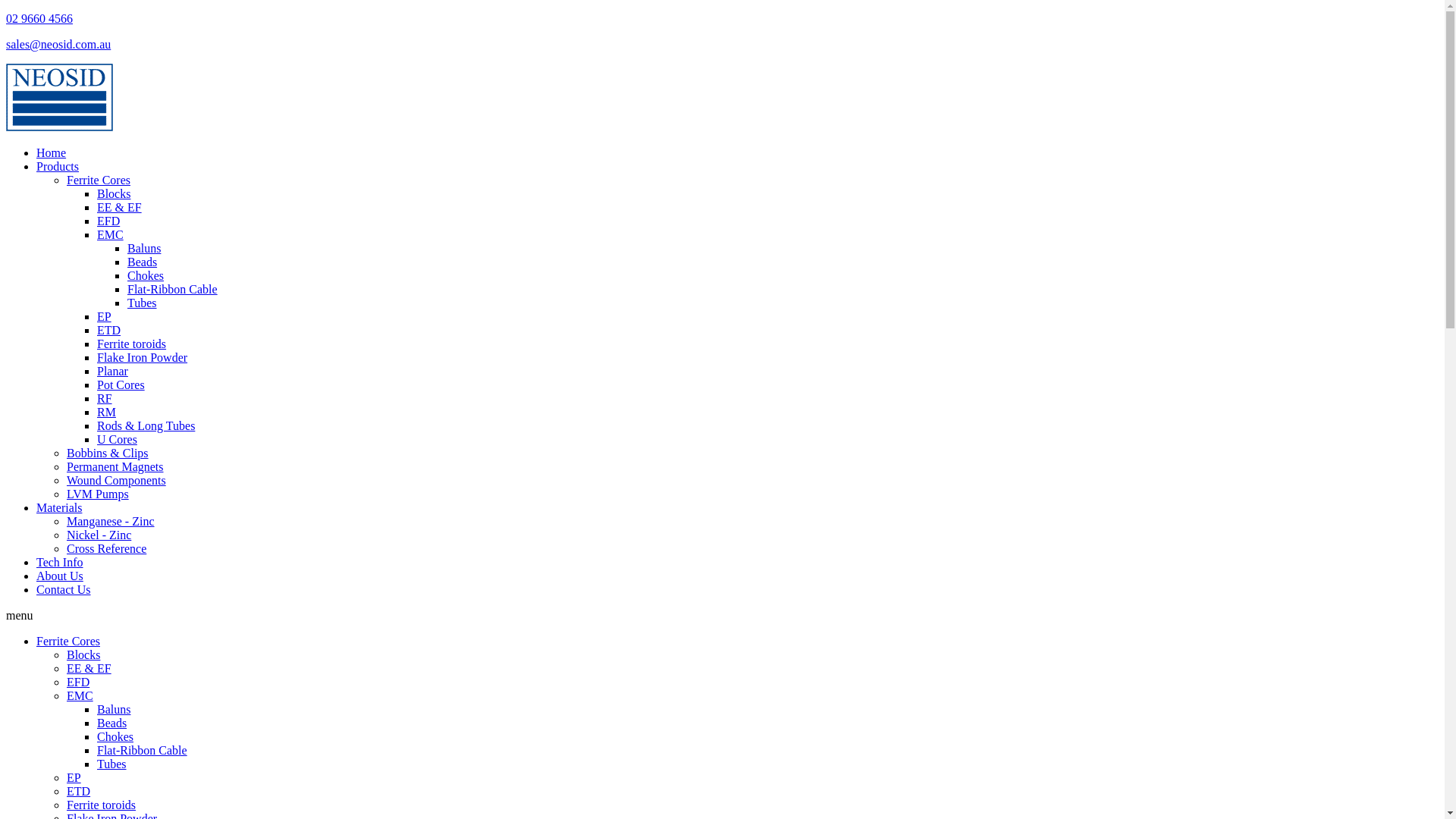  I want to click on 'EP', so click(73, 777).